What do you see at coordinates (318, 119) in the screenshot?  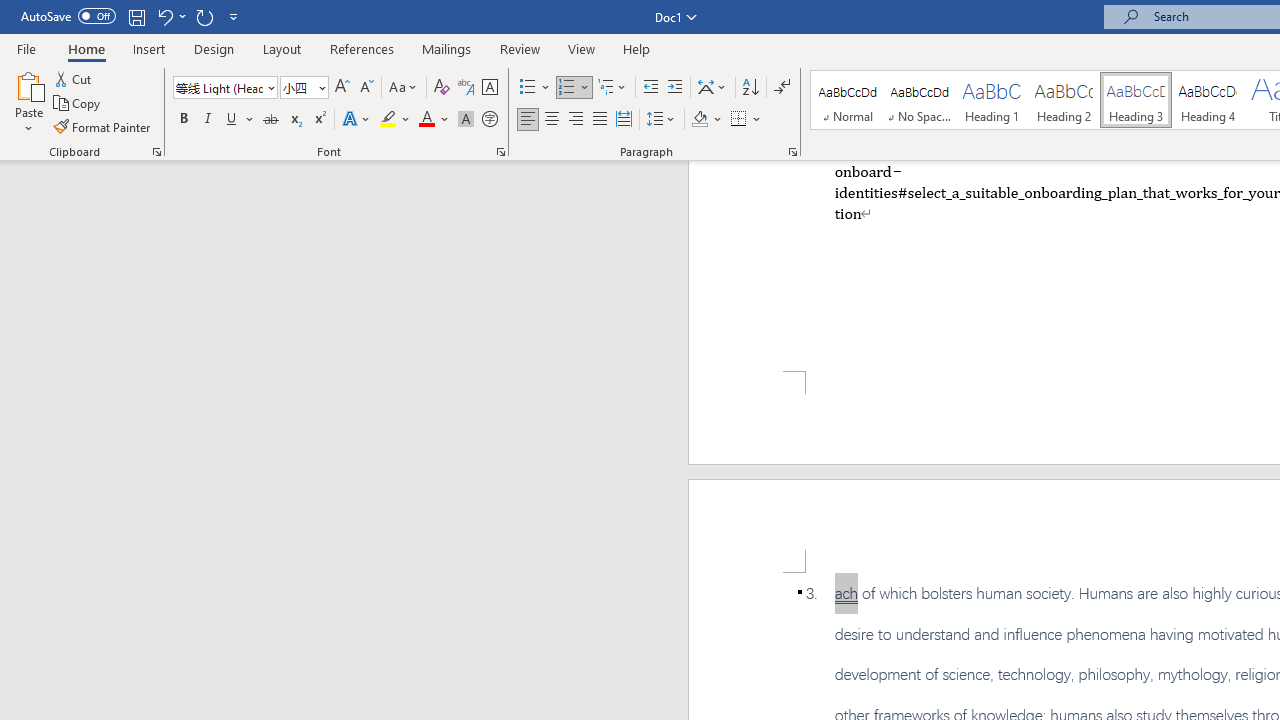 I see `'Superscript'` at bounding box center [318, 119].